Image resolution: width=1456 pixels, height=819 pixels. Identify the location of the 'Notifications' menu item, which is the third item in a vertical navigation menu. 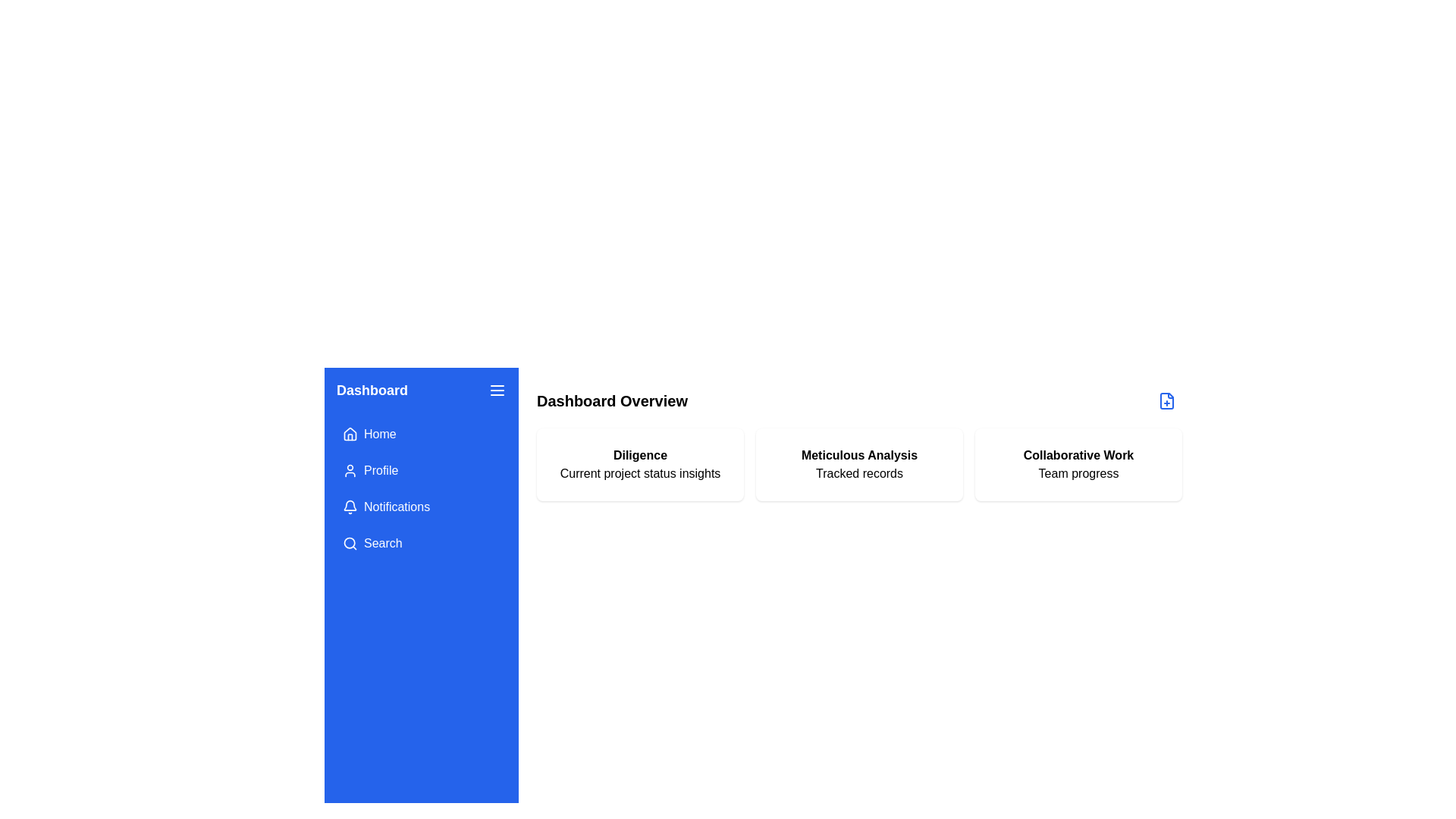
(422, 507).